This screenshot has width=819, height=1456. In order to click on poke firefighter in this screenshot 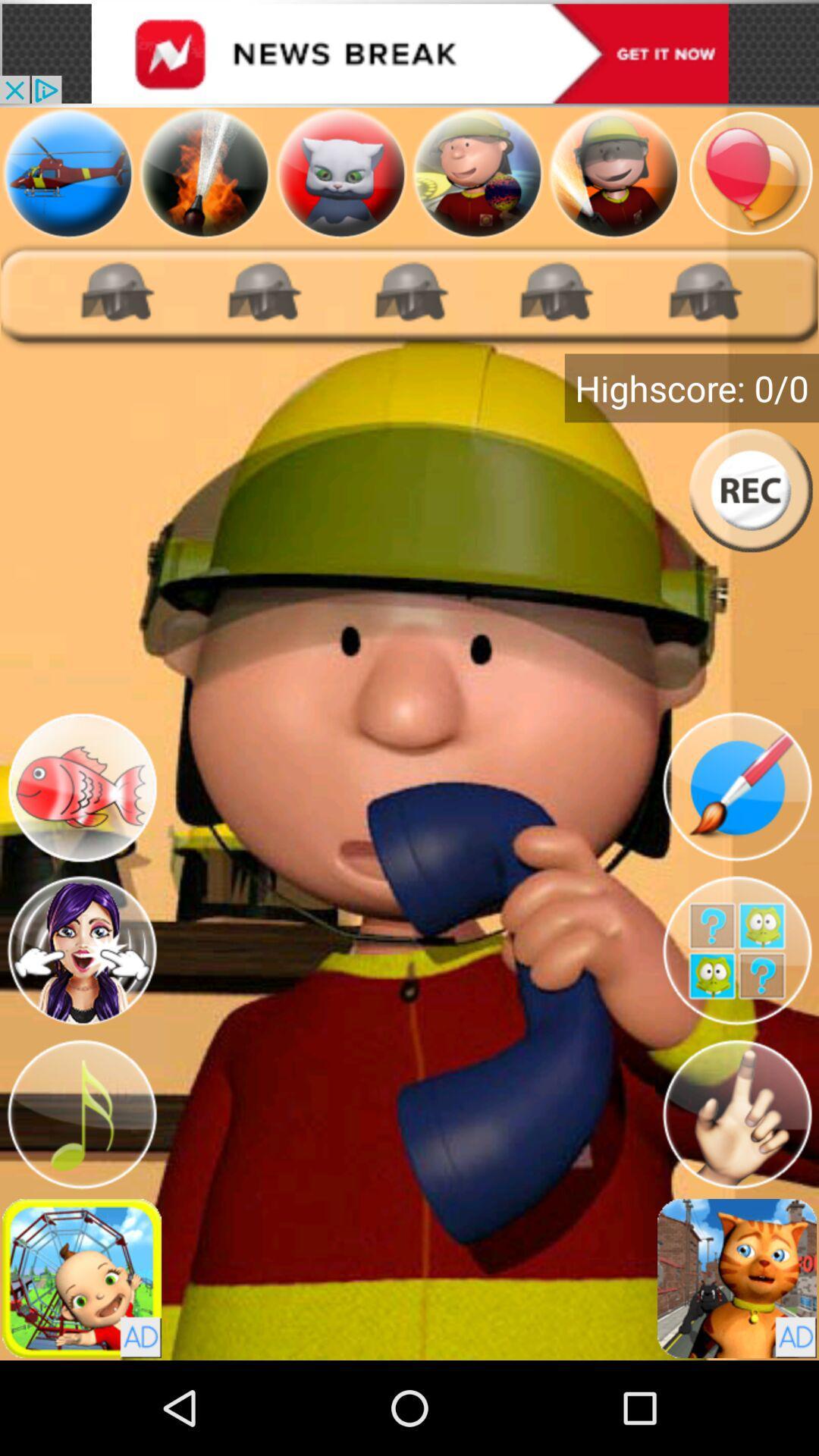, I will do `click(82, 949)`.